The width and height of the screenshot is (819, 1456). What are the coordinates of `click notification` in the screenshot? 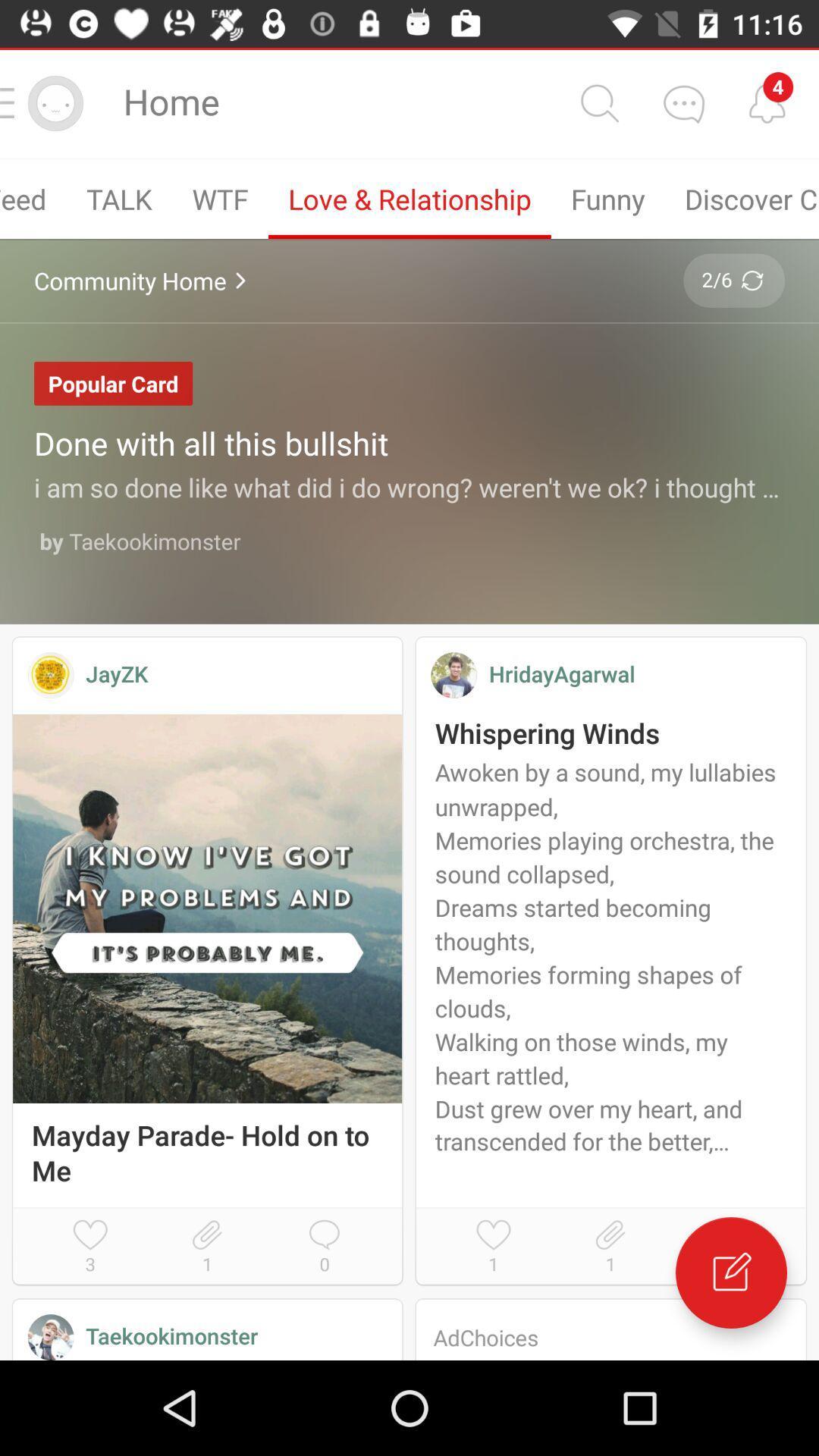 It's located at (767, 102).